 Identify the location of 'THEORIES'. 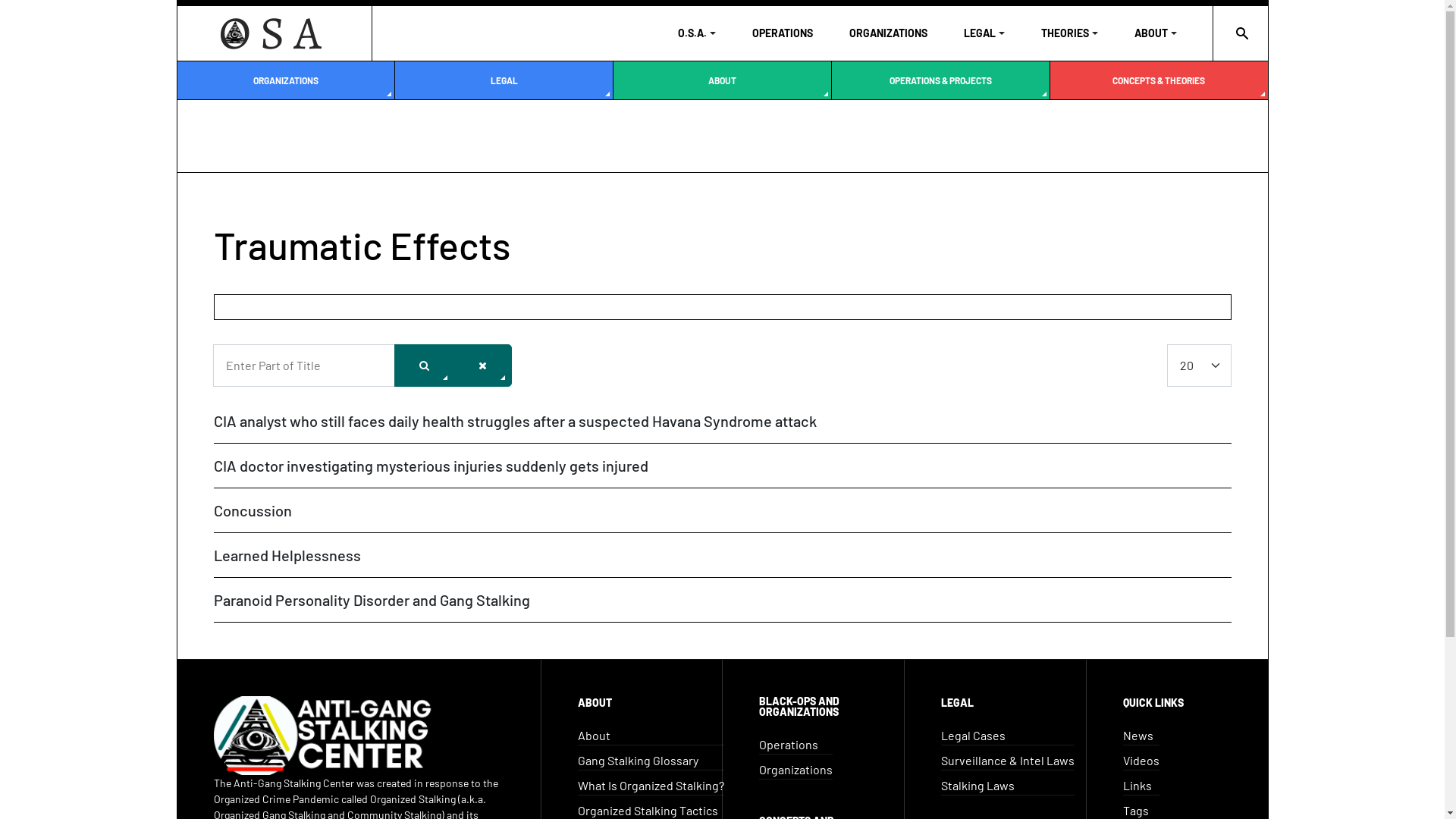
(1040, 33).